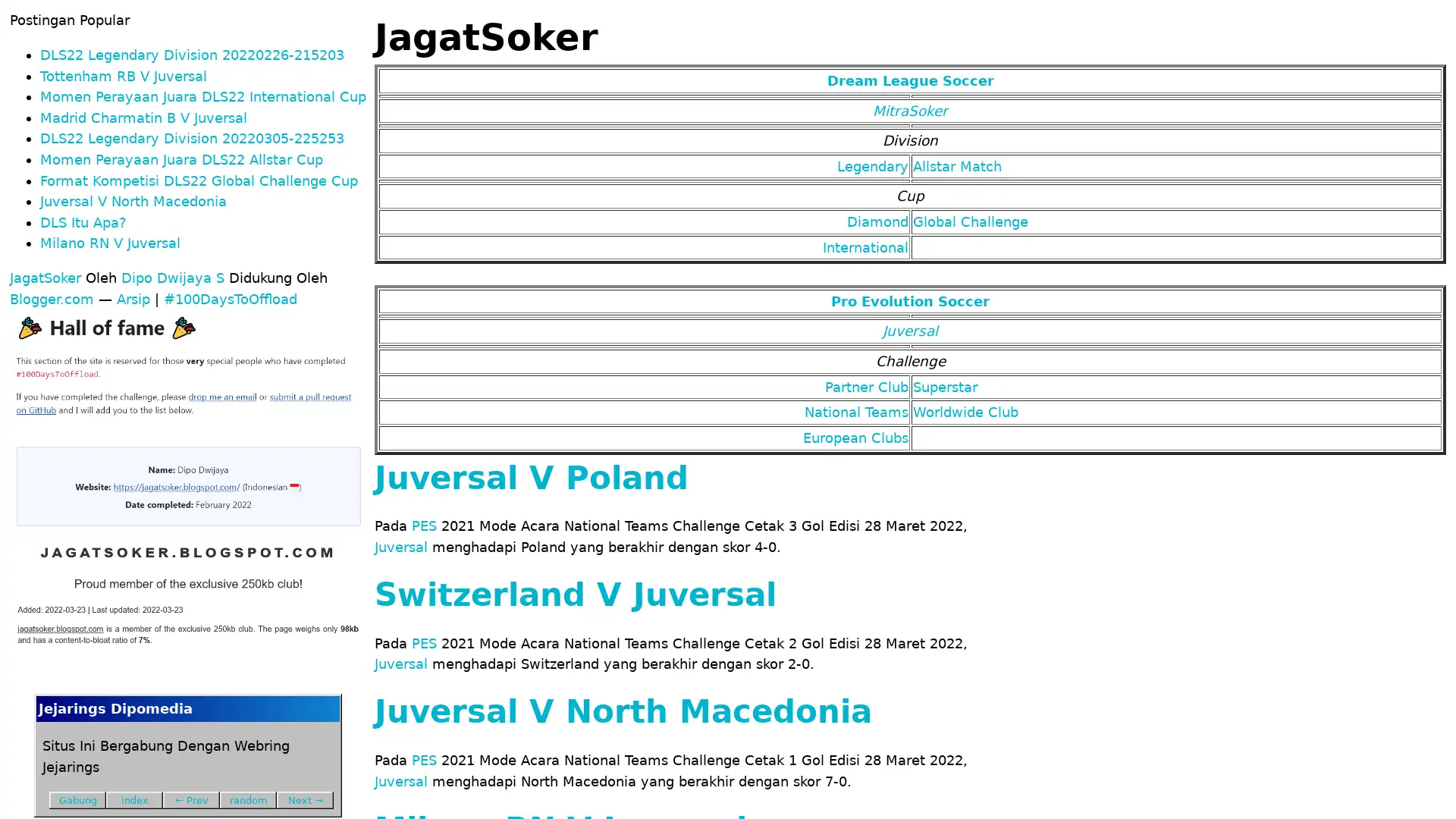 The height and width of the screenshot is (819, 1456). What do you see at coordinates (134, 799) in the screenshot?
I see `index` at bounding box center [134, 799].